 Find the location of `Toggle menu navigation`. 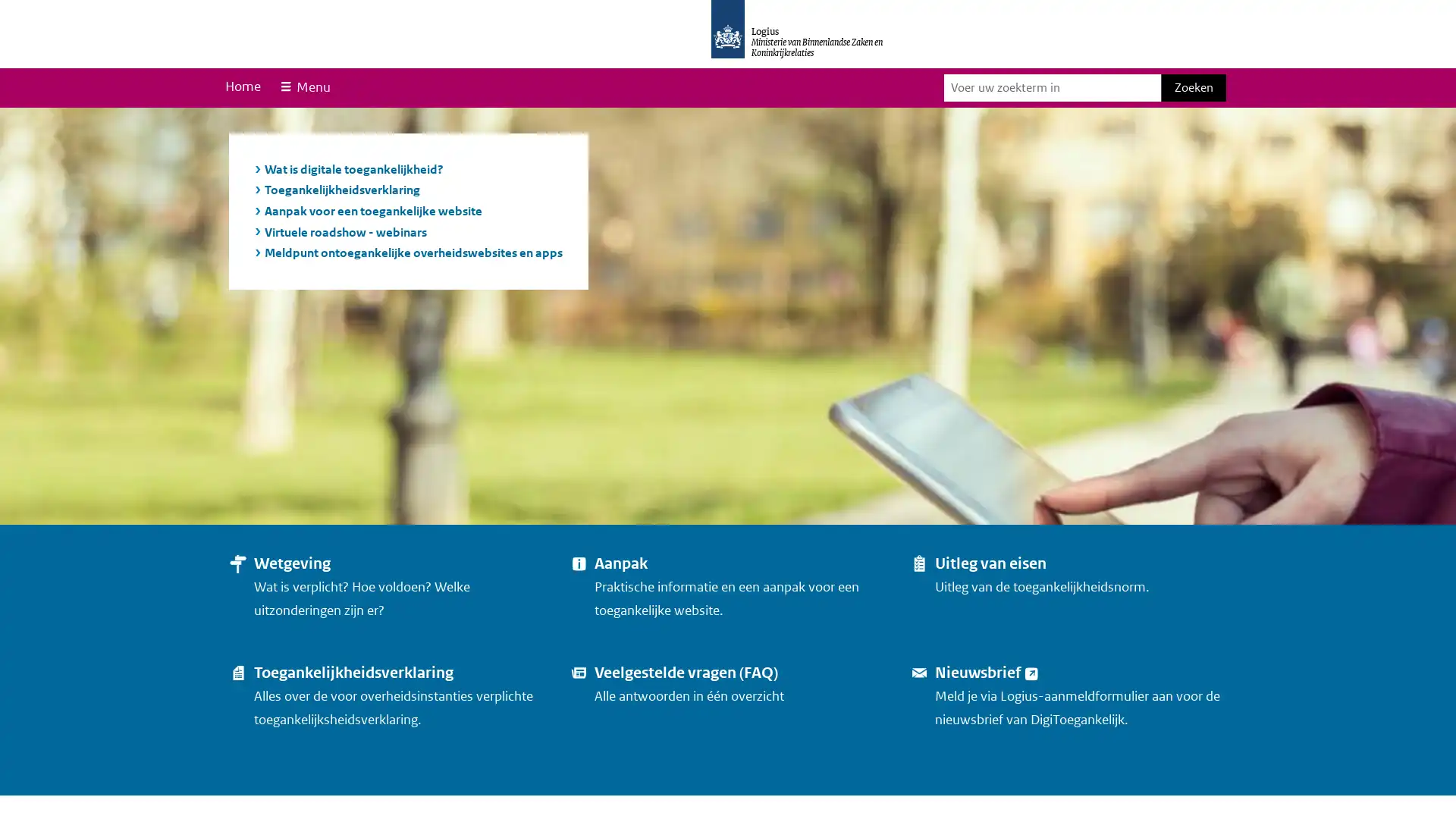

Toggle menu navigation is located at coordinates (303, 87).